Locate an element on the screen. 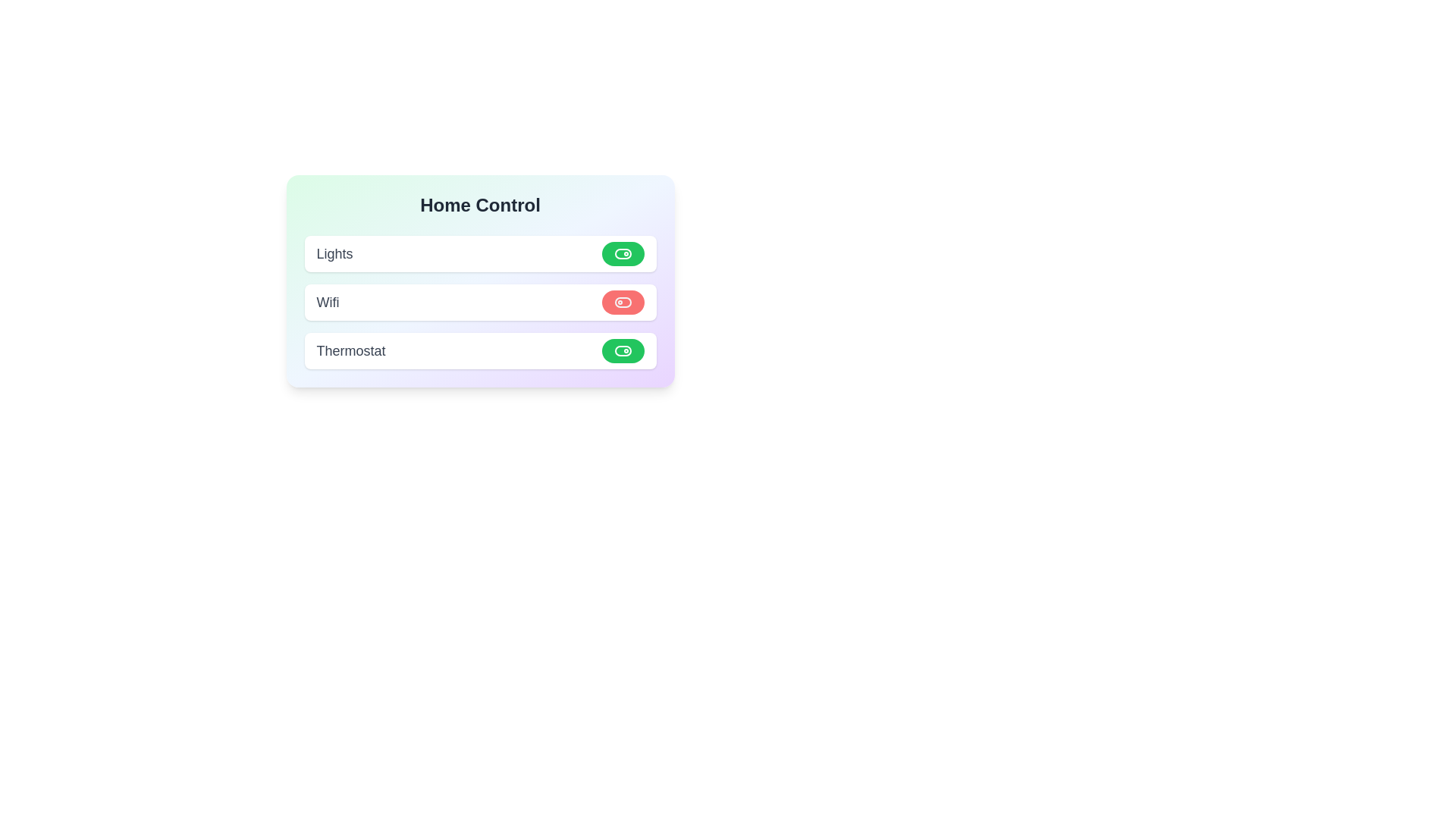  the 'Home Control' panel which contains toggle buttons for lights, wifi, and thermostat to focus on it is located at coordinates (479, 281).